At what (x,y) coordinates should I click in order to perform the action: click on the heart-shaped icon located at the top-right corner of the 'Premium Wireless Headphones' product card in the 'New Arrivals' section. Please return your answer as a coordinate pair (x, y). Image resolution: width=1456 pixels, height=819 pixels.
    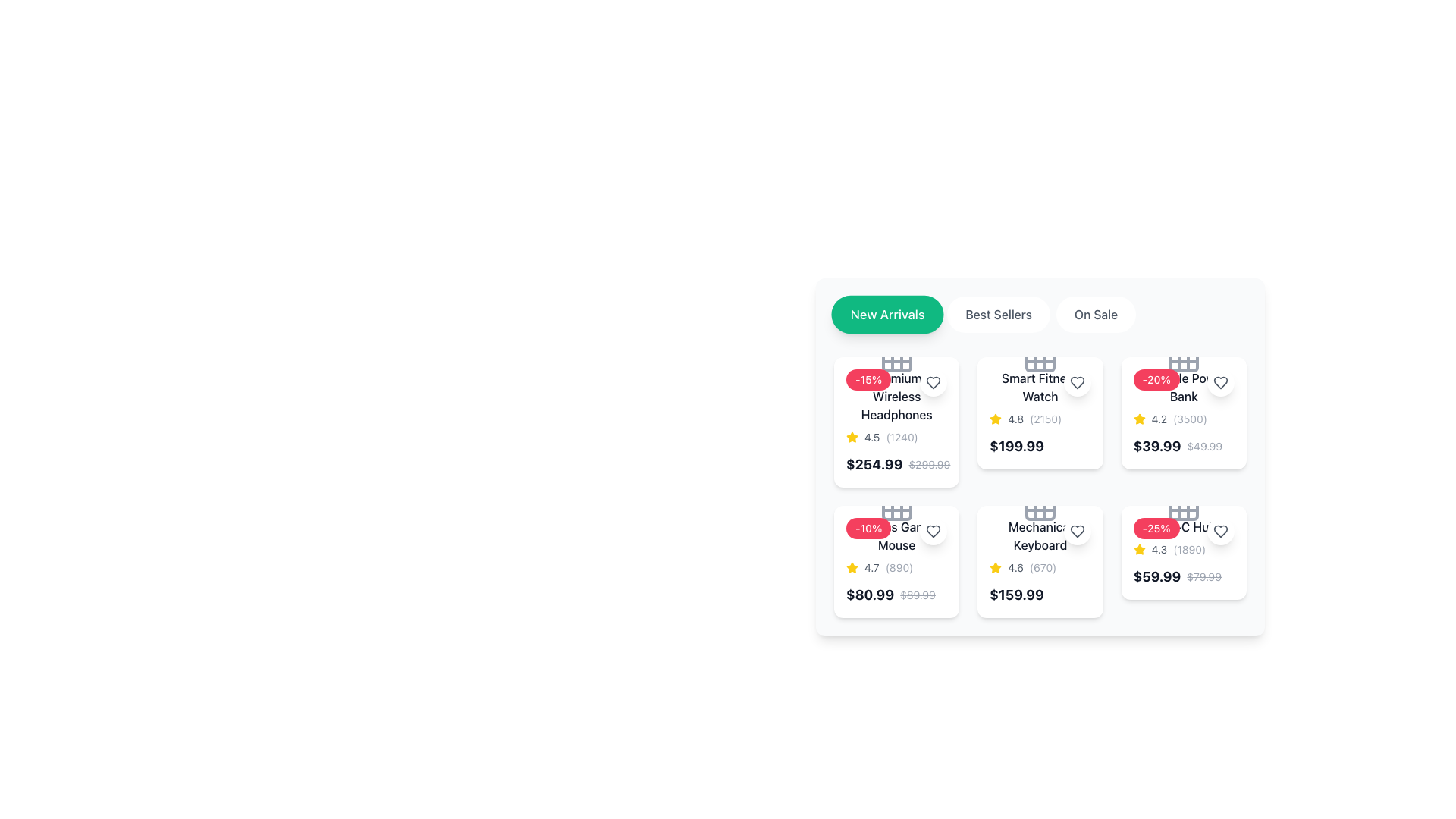
    Looking at the image, I should click on (933, 382).